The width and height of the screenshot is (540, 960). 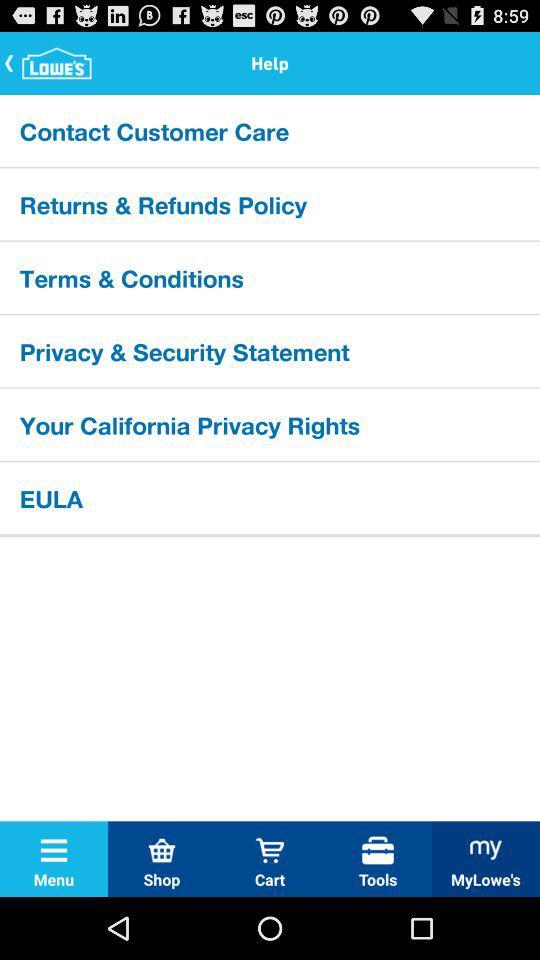 What do you see at coordinates (270, 204) in the screenshot?
I see `the returns & refunds policy icon` at bounding box center [270, 204].